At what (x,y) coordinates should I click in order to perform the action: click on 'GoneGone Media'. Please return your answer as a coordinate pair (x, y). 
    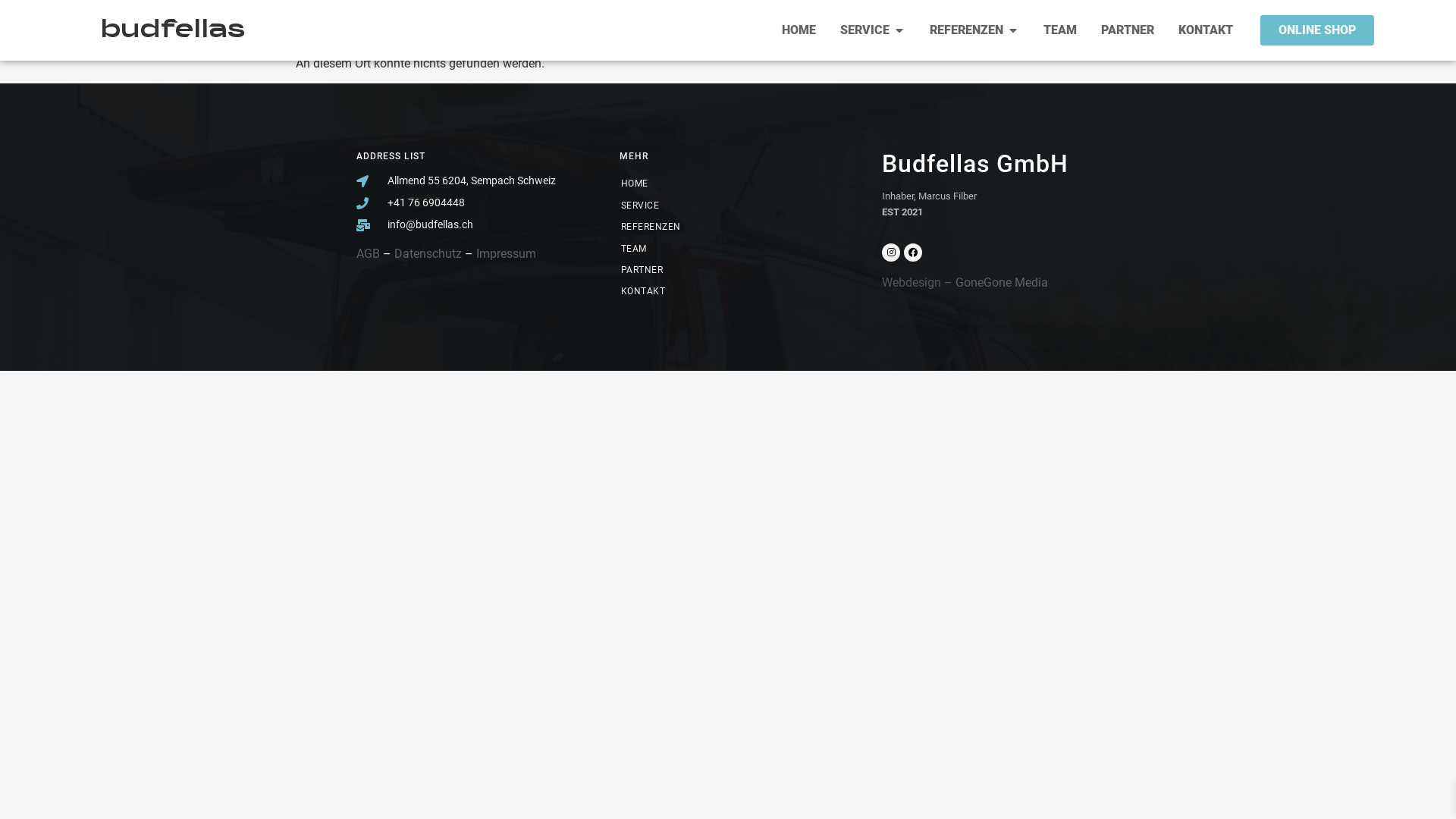
    Looking at the image, I should click on (1001, 282).